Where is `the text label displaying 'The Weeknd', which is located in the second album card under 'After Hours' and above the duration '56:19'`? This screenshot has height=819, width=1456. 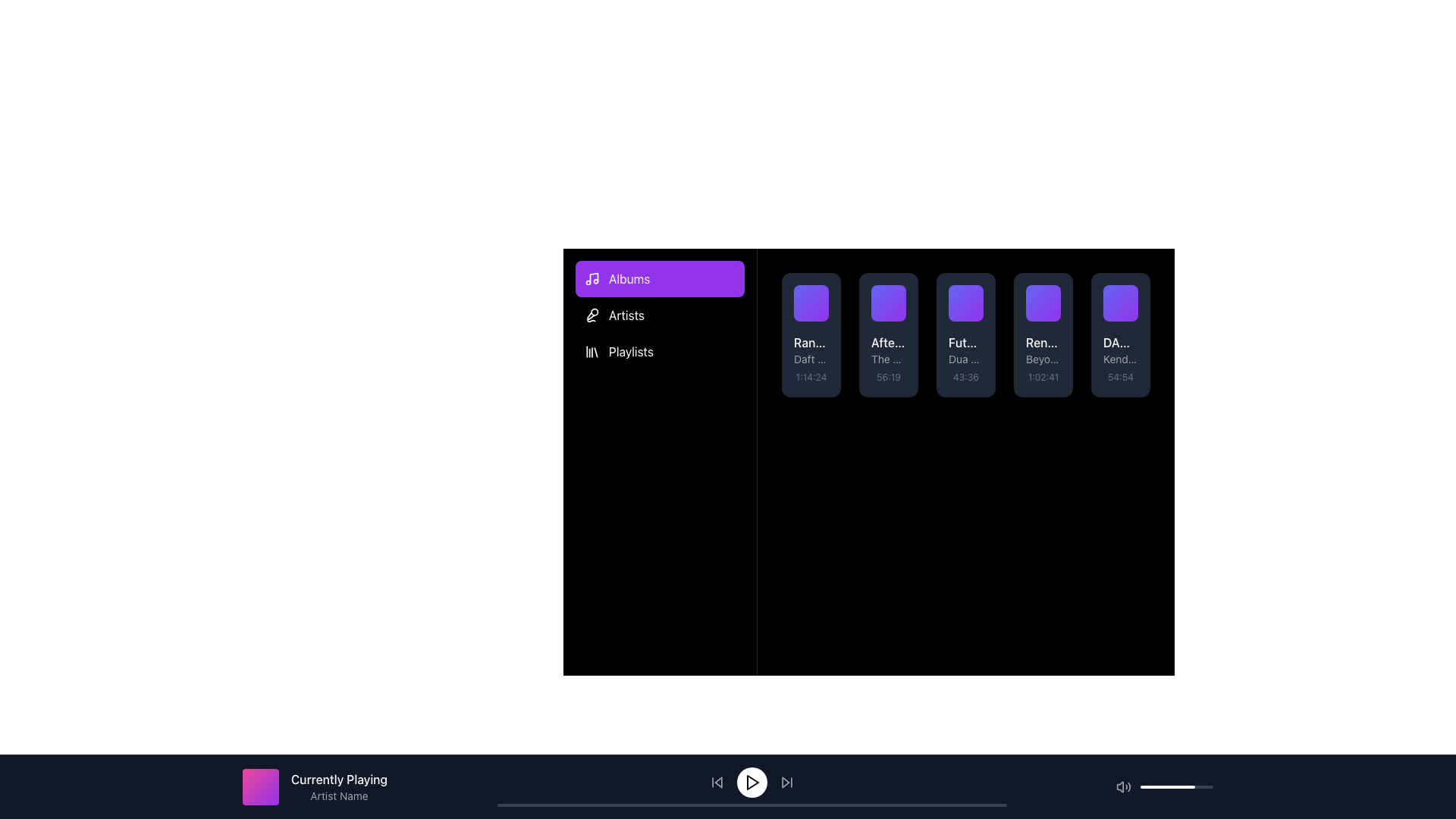 the text label displaying 'The Weeknd', which is located in the second album card under 'After Hours' and above the duration '56:19' is located at coordinates (888, 359).